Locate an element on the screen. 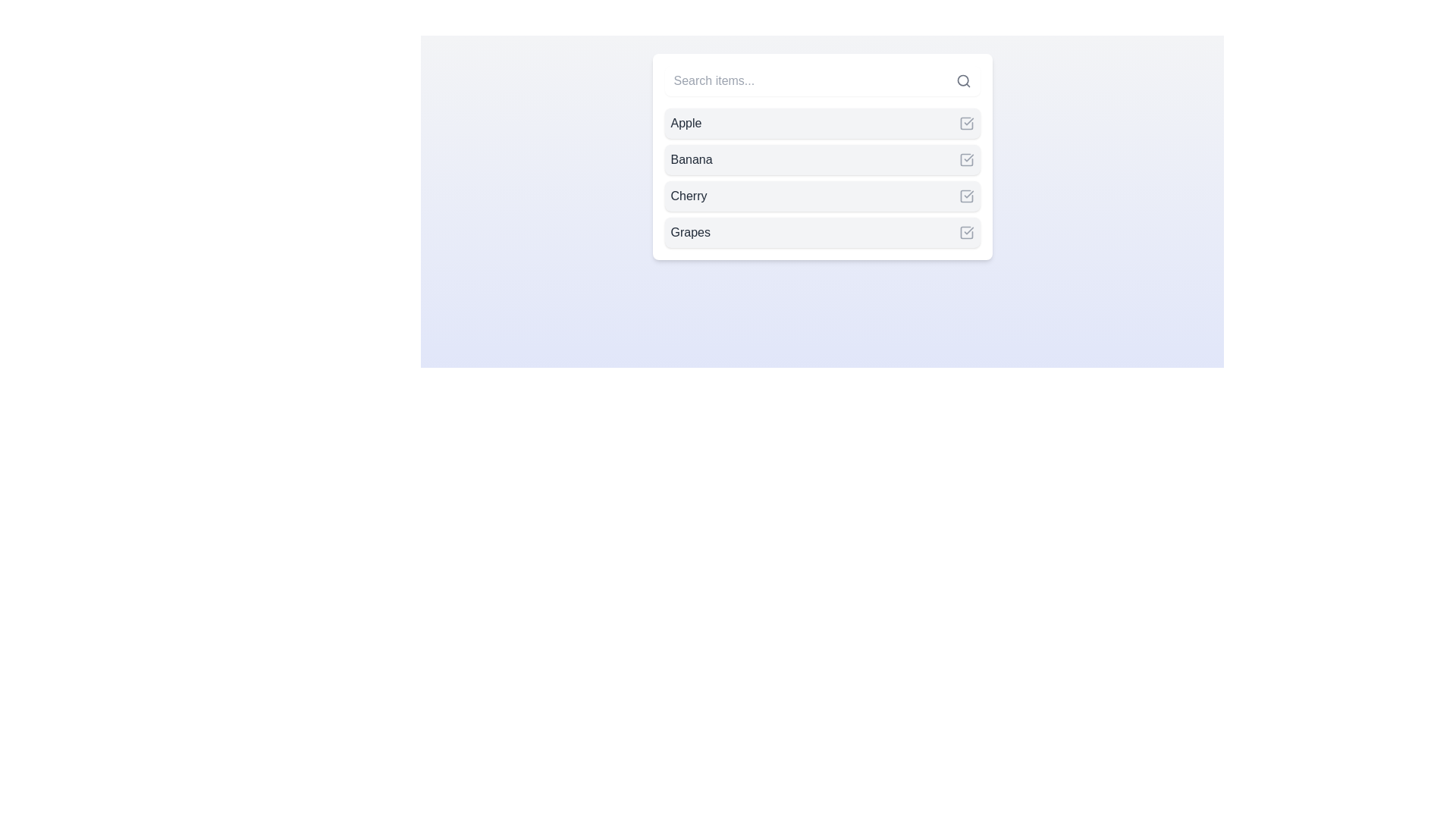  the checkbox located to the far right of the row labeled 'Cherry' is located at coordinates (965, 195).